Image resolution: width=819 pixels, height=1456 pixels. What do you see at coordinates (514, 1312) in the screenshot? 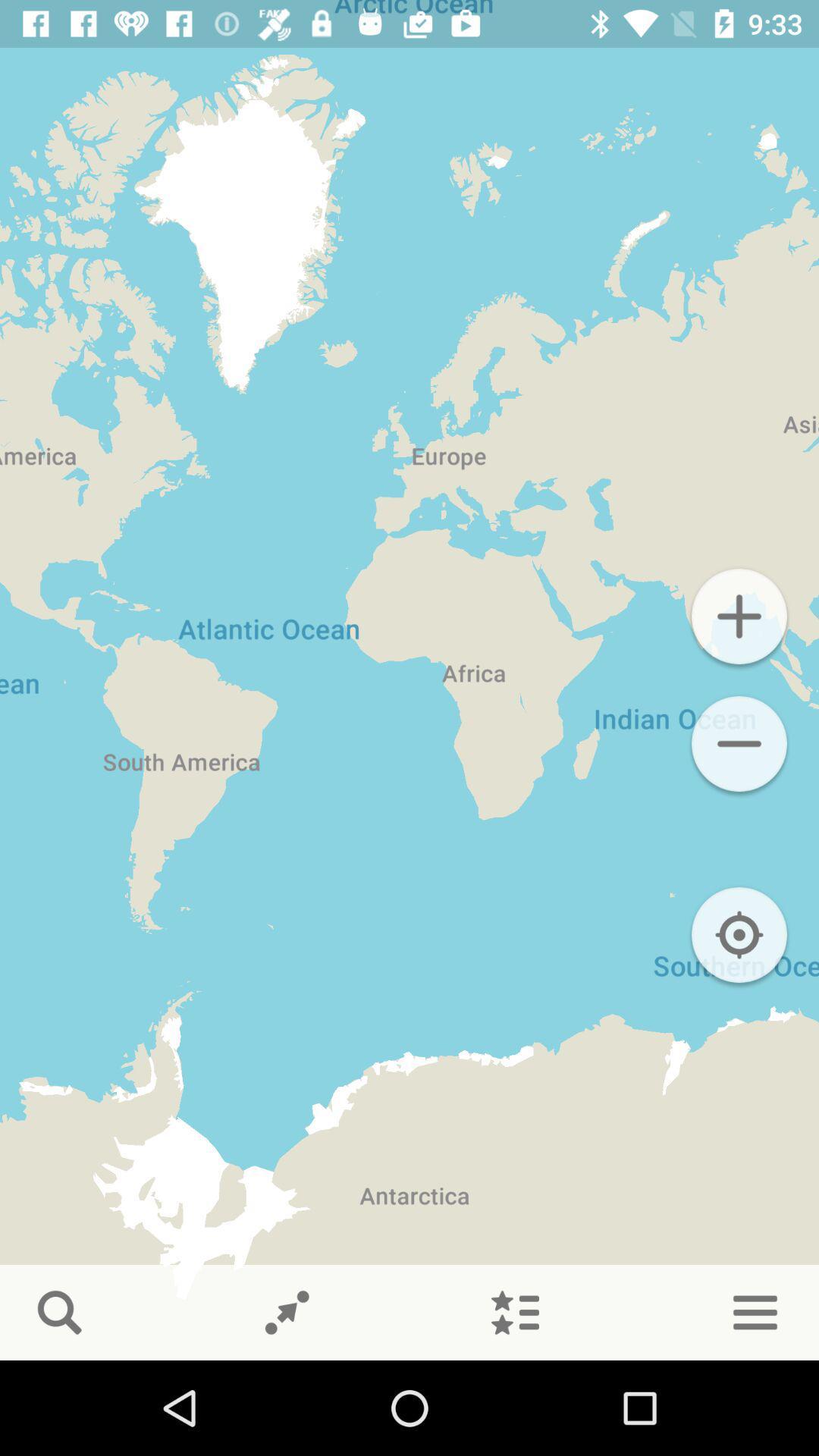
I see `the list icon` at bounding box center [514, 1312].